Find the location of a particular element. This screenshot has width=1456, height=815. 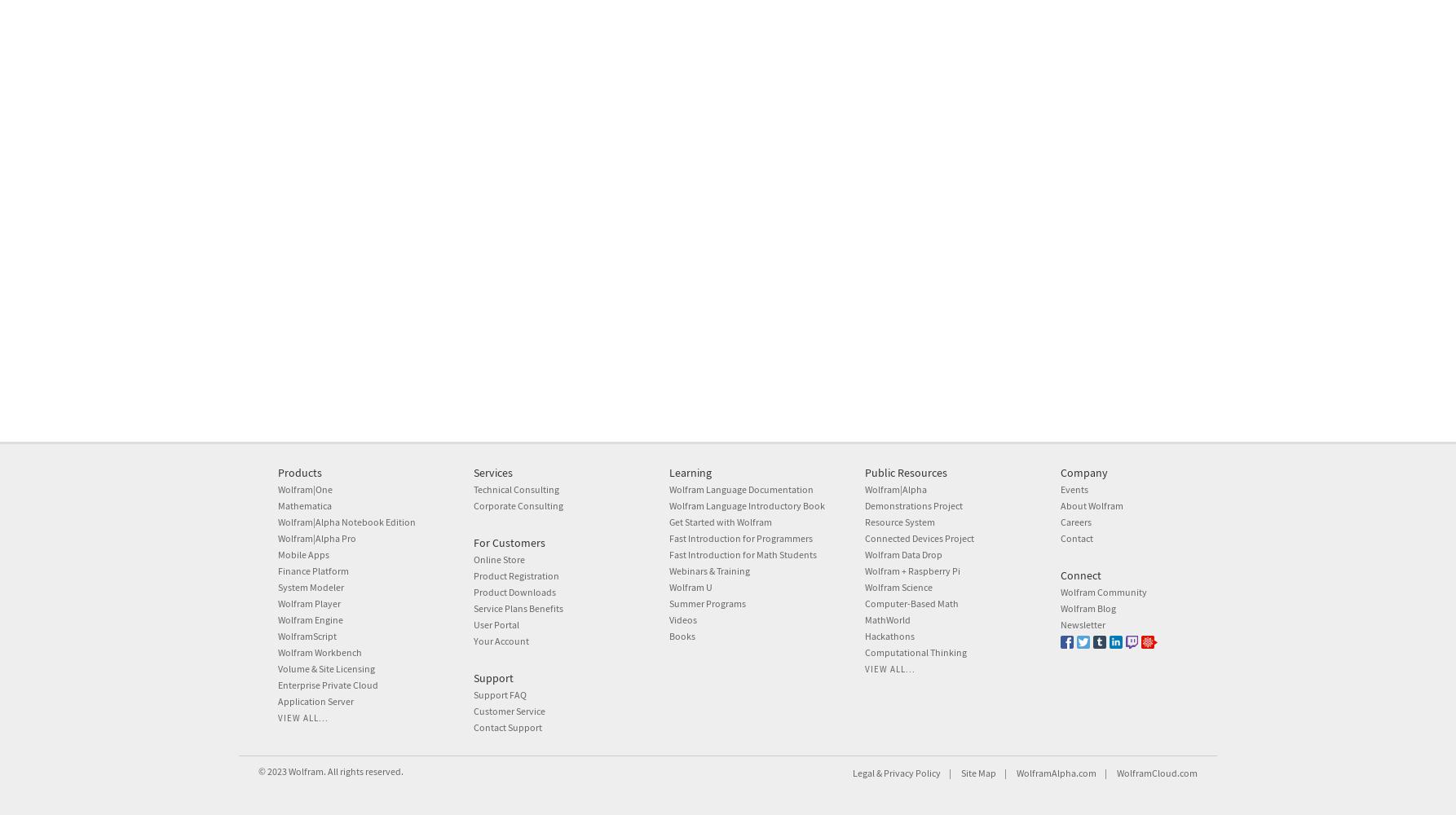

'Services' is located at coordinates (492, 472).